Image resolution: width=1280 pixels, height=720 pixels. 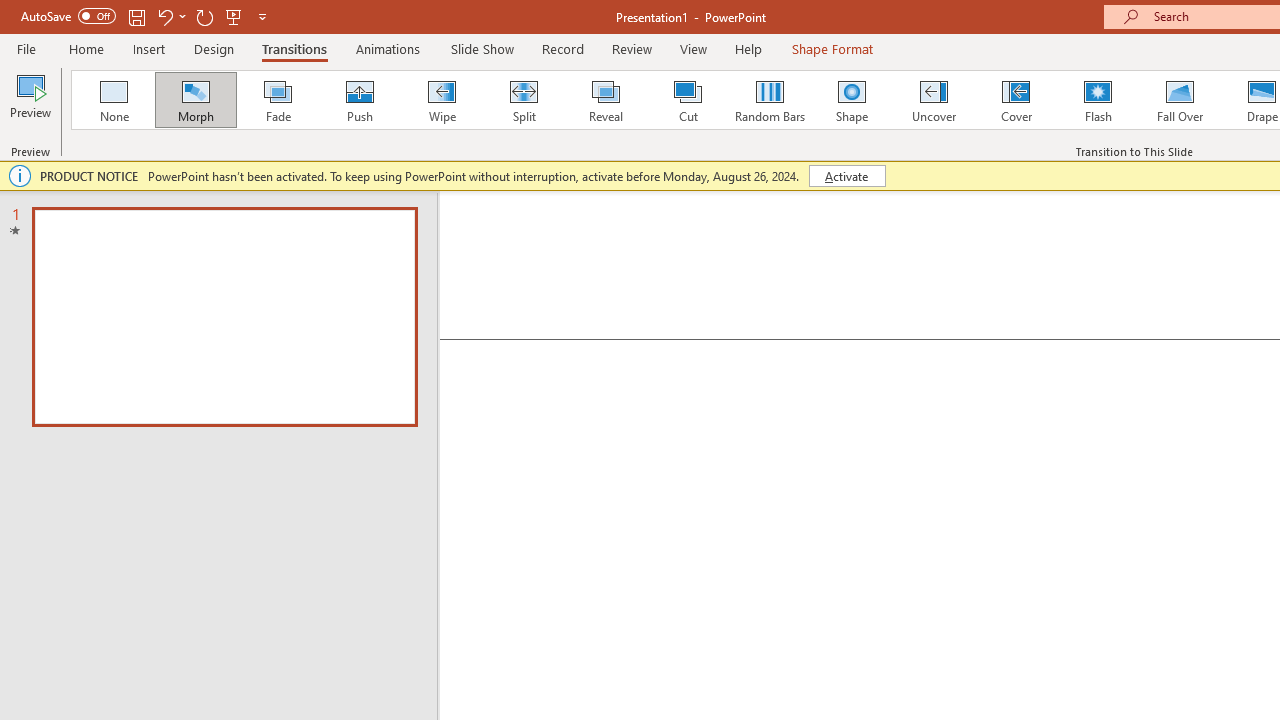 What do you see at coordinates (769, 100) in the screenshot?
I see `'Random Bars'` at bounding box center [769, 100].